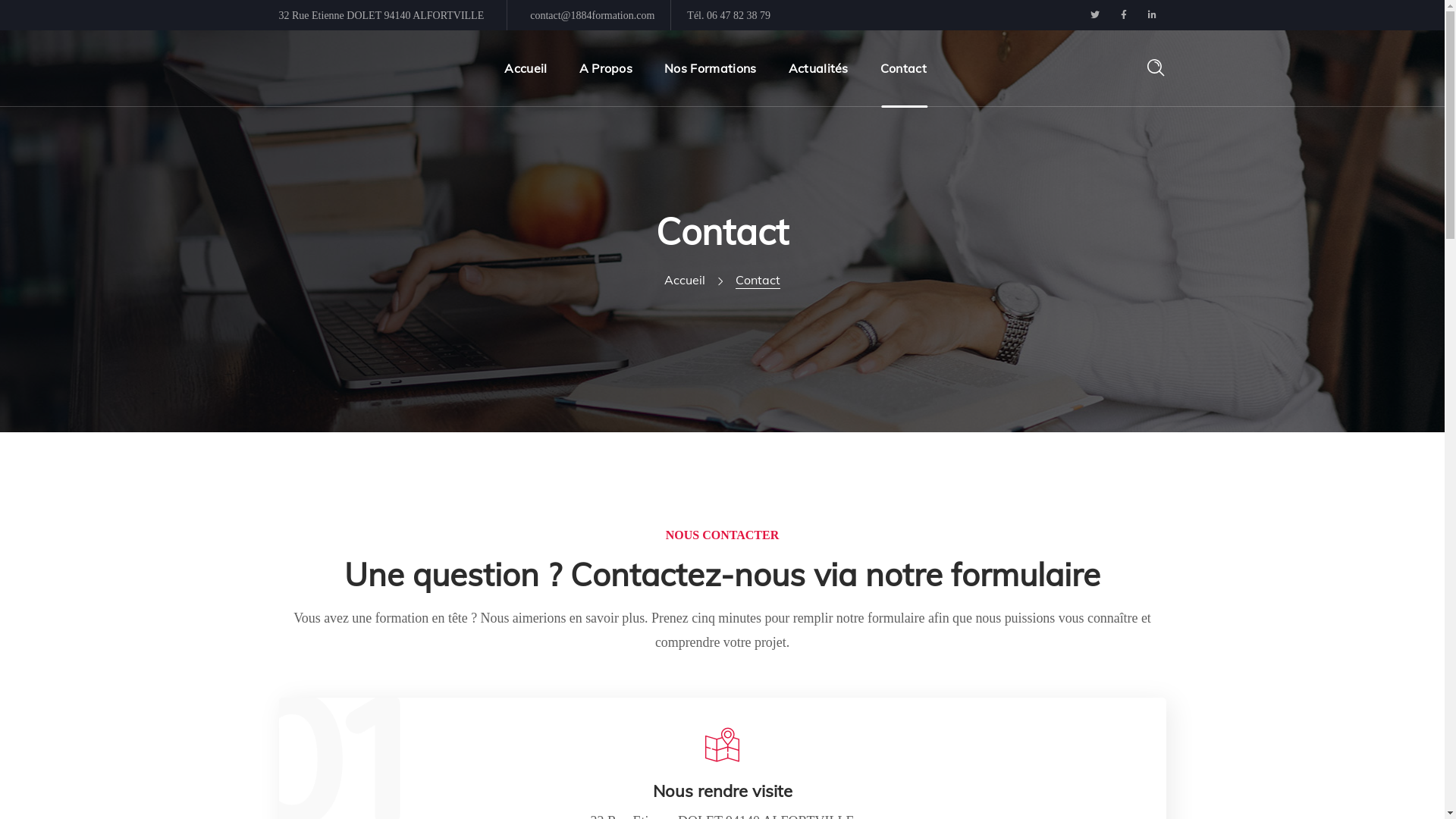 The width and height of the screenshot is (1456, 819). What do you see at coordinates (1103, 161) in the screenshot?
I see `'Rechercher'` at bounding box center [1103, 161].